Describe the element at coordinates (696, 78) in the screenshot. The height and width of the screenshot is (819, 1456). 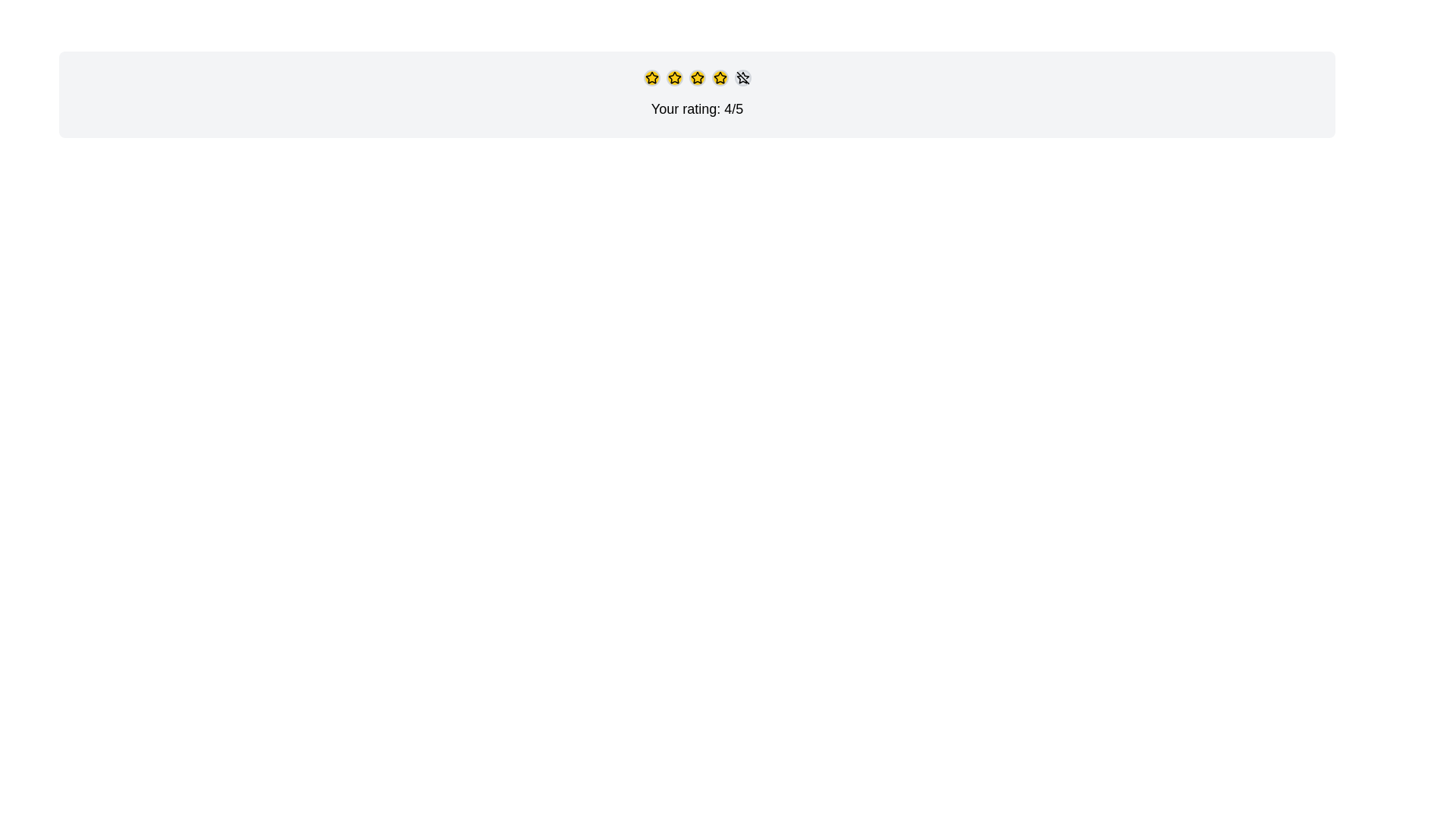
I see `the highlighted star icon in the interactive rating graphic, which is the third star icon from the left with a yellow background and a star symbol, located at the top center of the interface` at that location.